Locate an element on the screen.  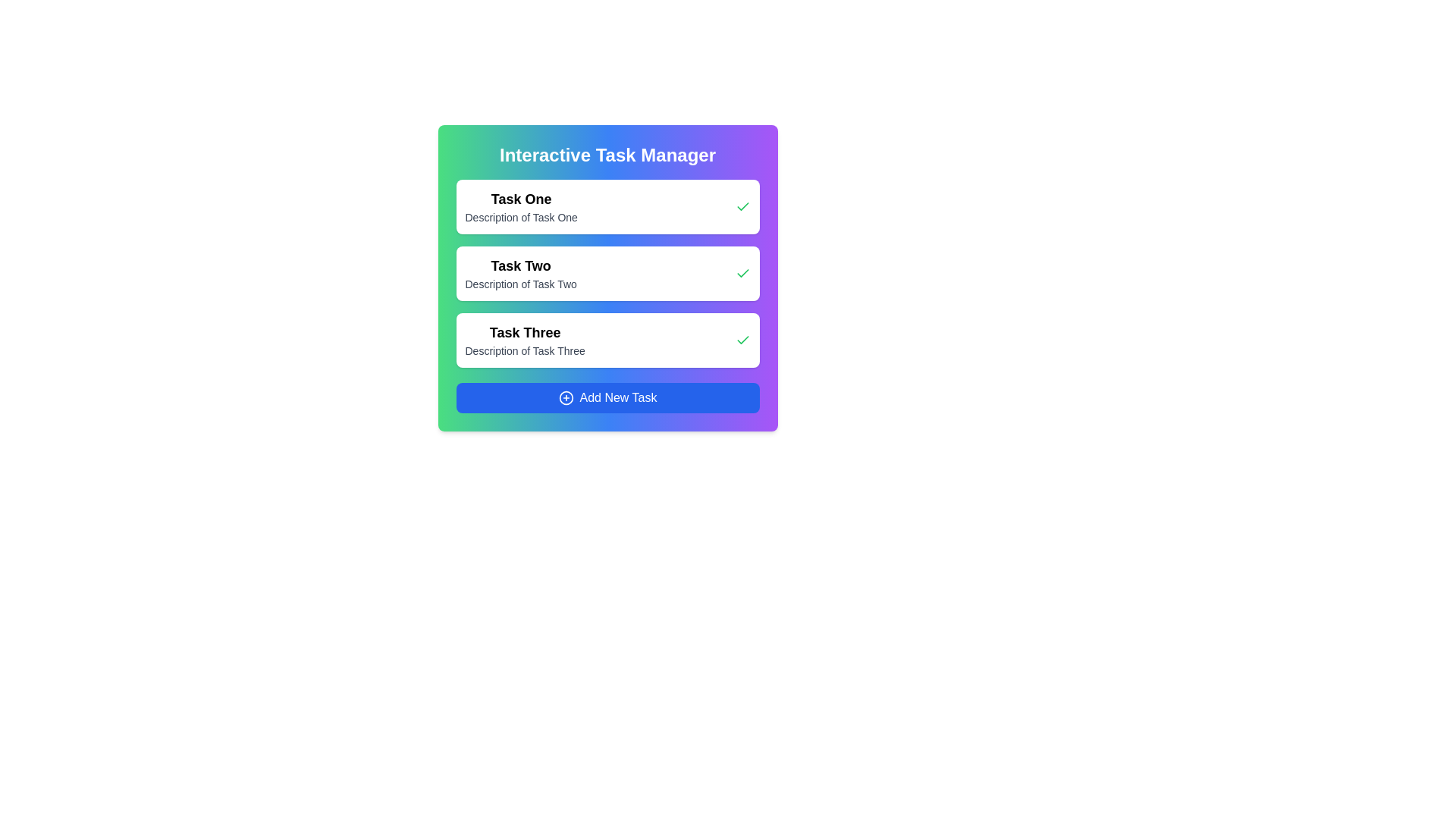
the 'Task Two' text block is located at coordinates (521, 274).